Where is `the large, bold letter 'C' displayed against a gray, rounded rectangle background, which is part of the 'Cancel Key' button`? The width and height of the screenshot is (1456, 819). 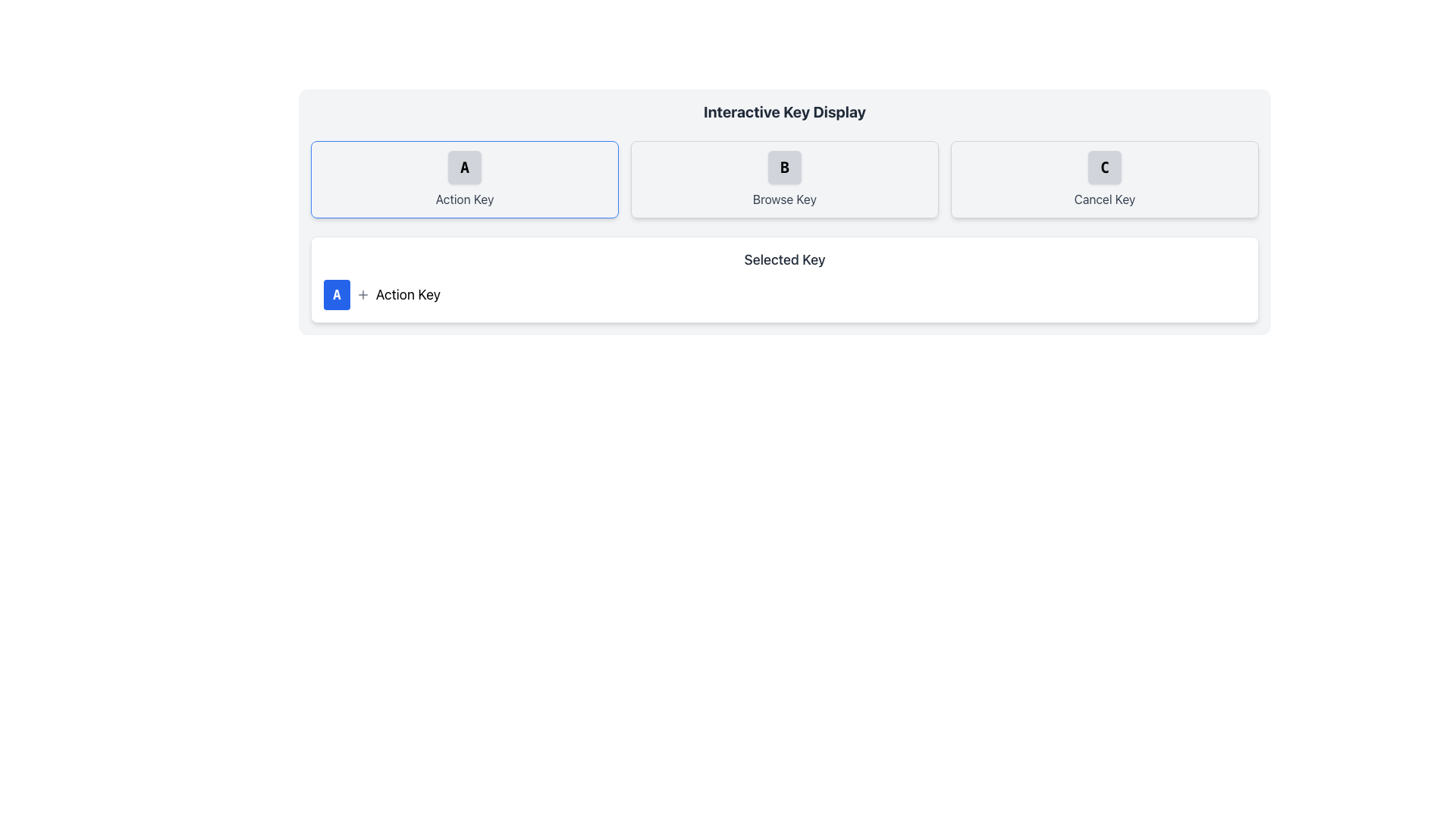
the large, bold letter 'C' displayed against a gray, rounded rectangle background, which is part of the 'Cancel Key' button is located at coordinates (1104, 167).